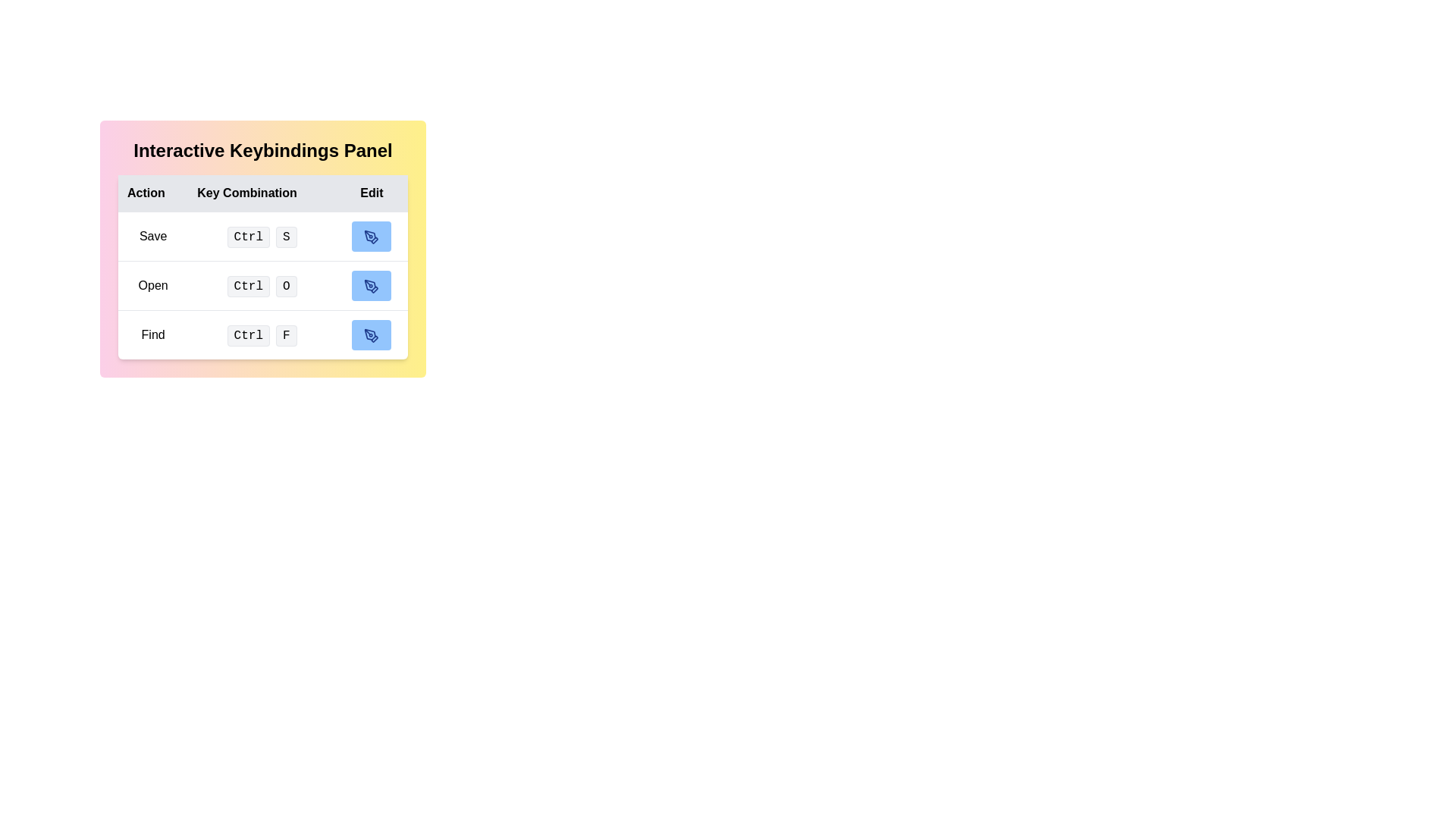  Describe the element at coordinates (262, 333) in the screenshot. I see `information displayed for the shortcut keys 'Ctrl' + 'F' in the third row of the 'Interactive Keybindings Panel'` at that location.